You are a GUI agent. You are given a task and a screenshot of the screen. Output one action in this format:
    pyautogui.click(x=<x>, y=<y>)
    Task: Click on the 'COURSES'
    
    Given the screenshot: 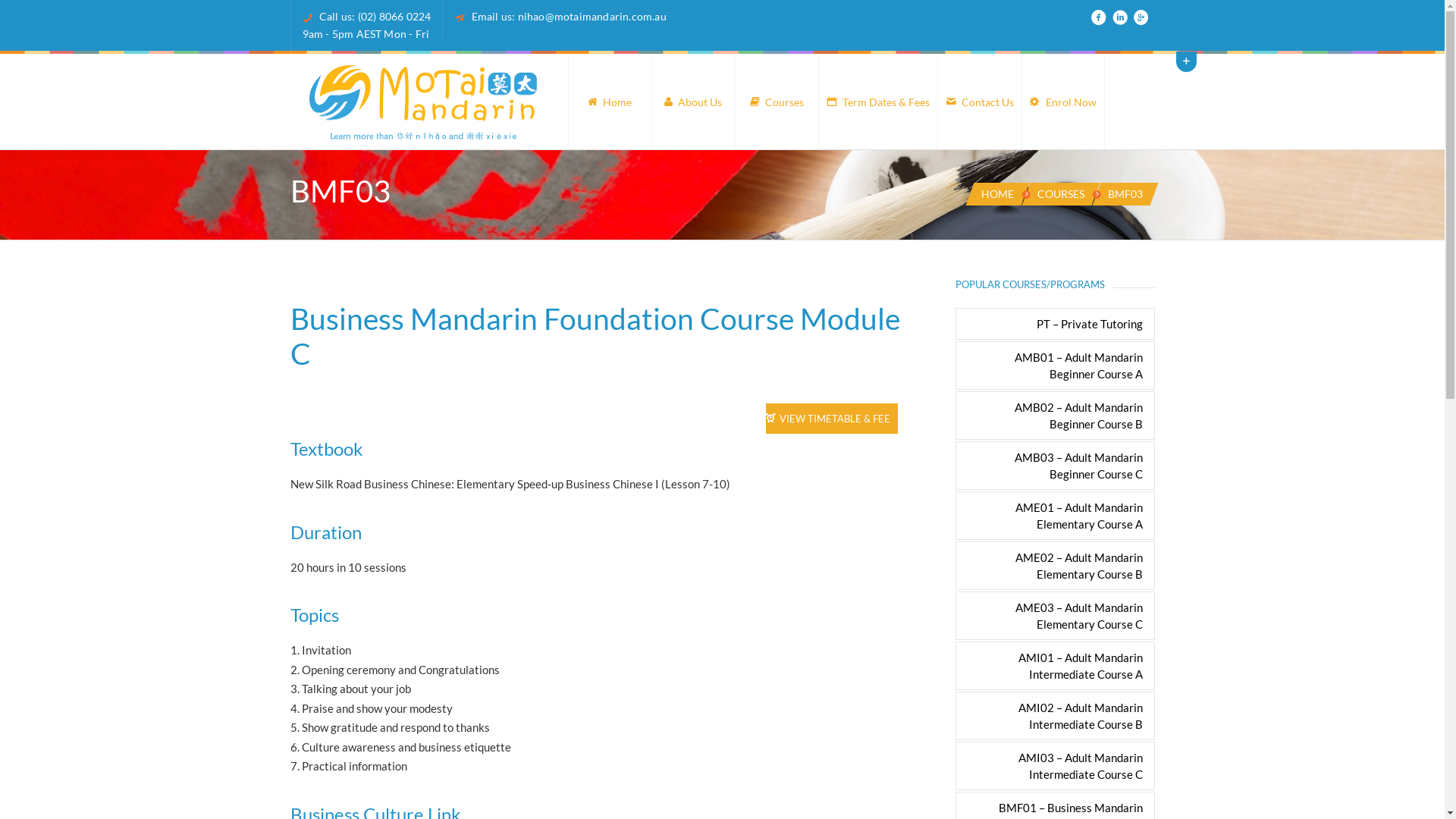 What is the action you would take?
    pyautogui.click(x=1059, y=193)
    